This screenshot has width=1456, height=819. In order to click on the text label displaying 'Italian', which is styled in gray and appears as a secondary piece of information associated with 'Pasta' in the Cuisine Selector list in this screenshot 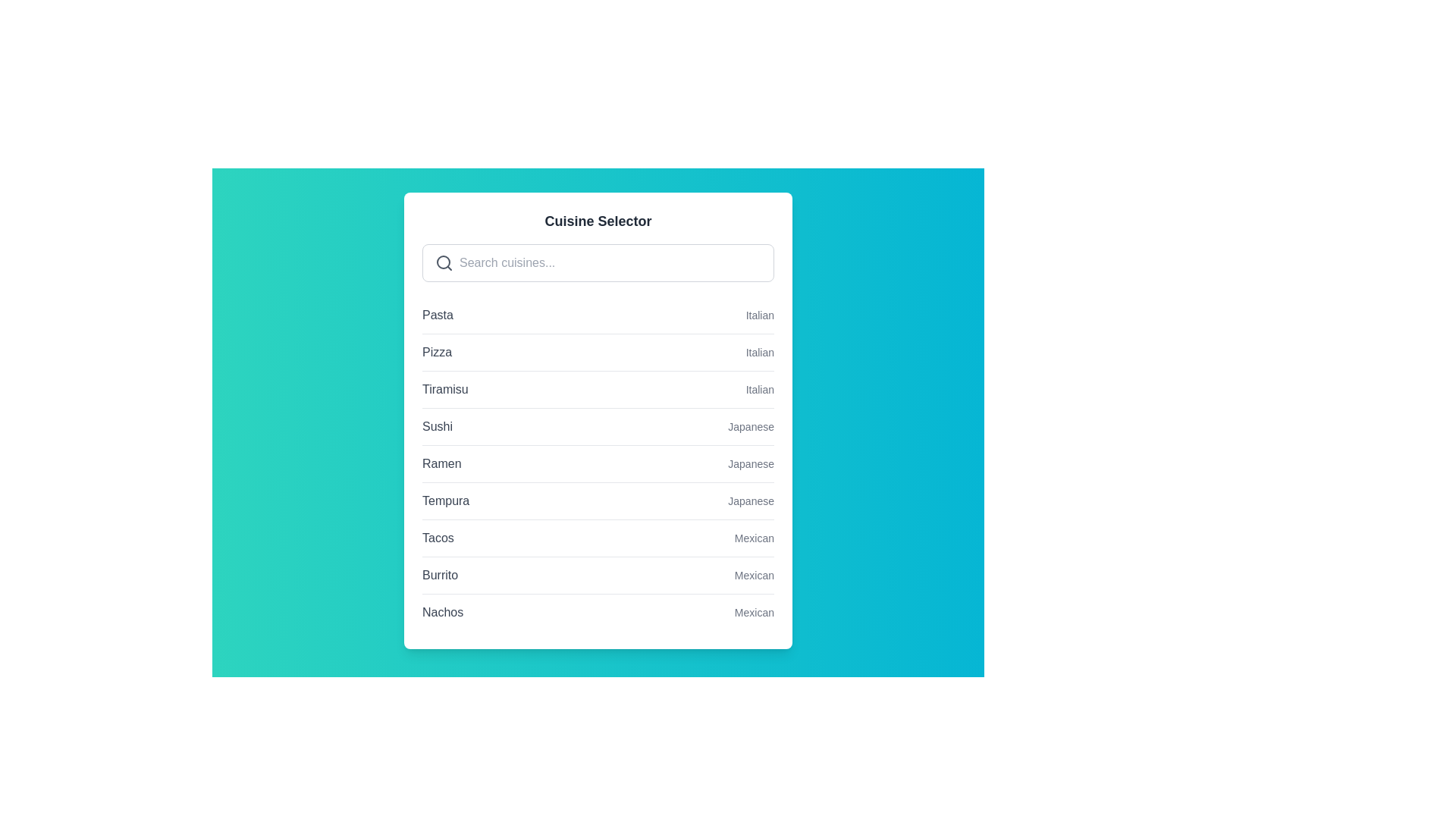, I will do `click(760, 315)`.